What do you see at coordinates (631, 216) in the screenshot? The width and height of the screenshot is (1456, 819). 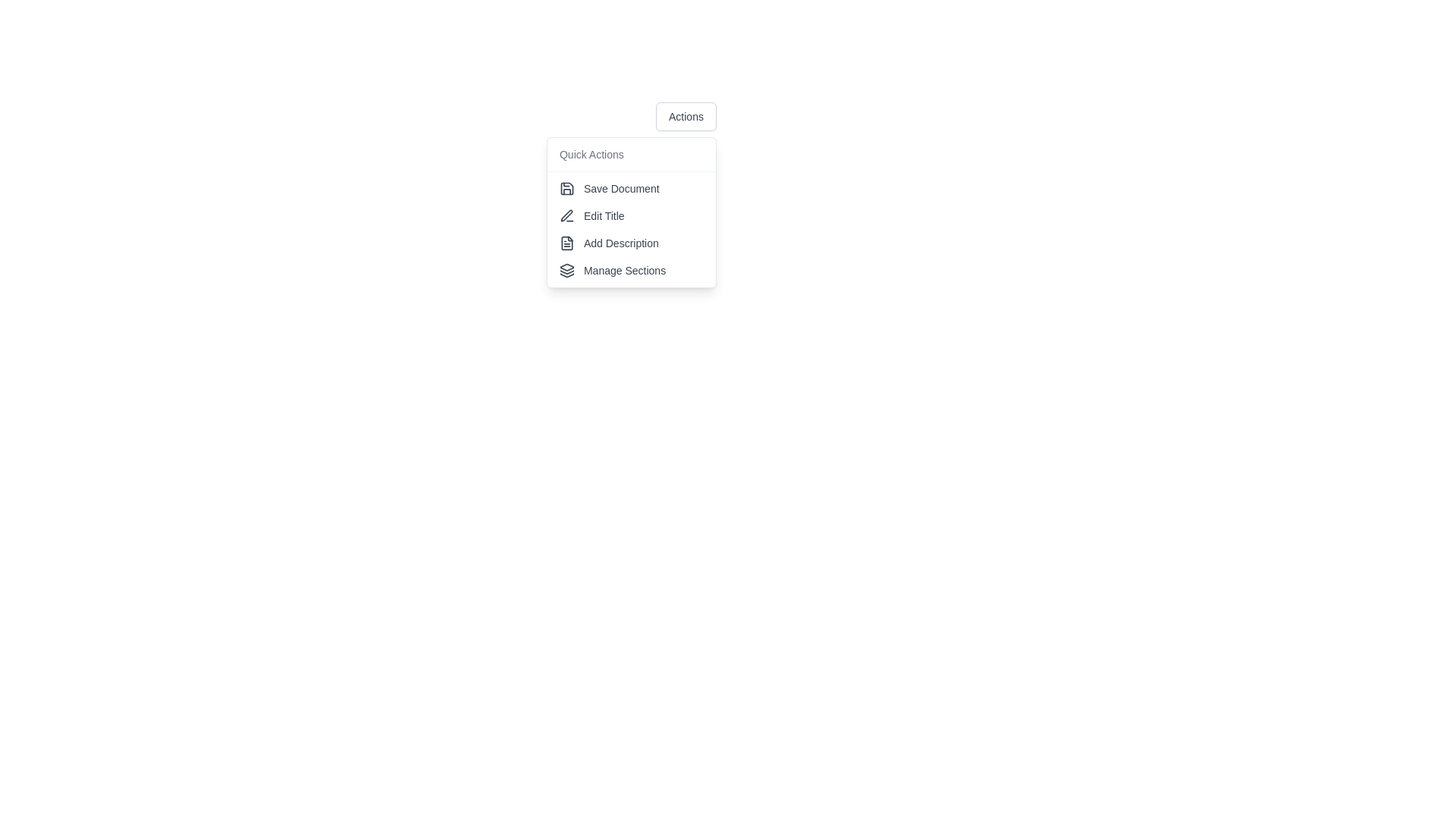 I see `the 'Edit Title' button, which is the second item in the menu list below 'Quick Actions', positioned between 'Save Document' and 'Add Description'` at bounding box center [631, 216].